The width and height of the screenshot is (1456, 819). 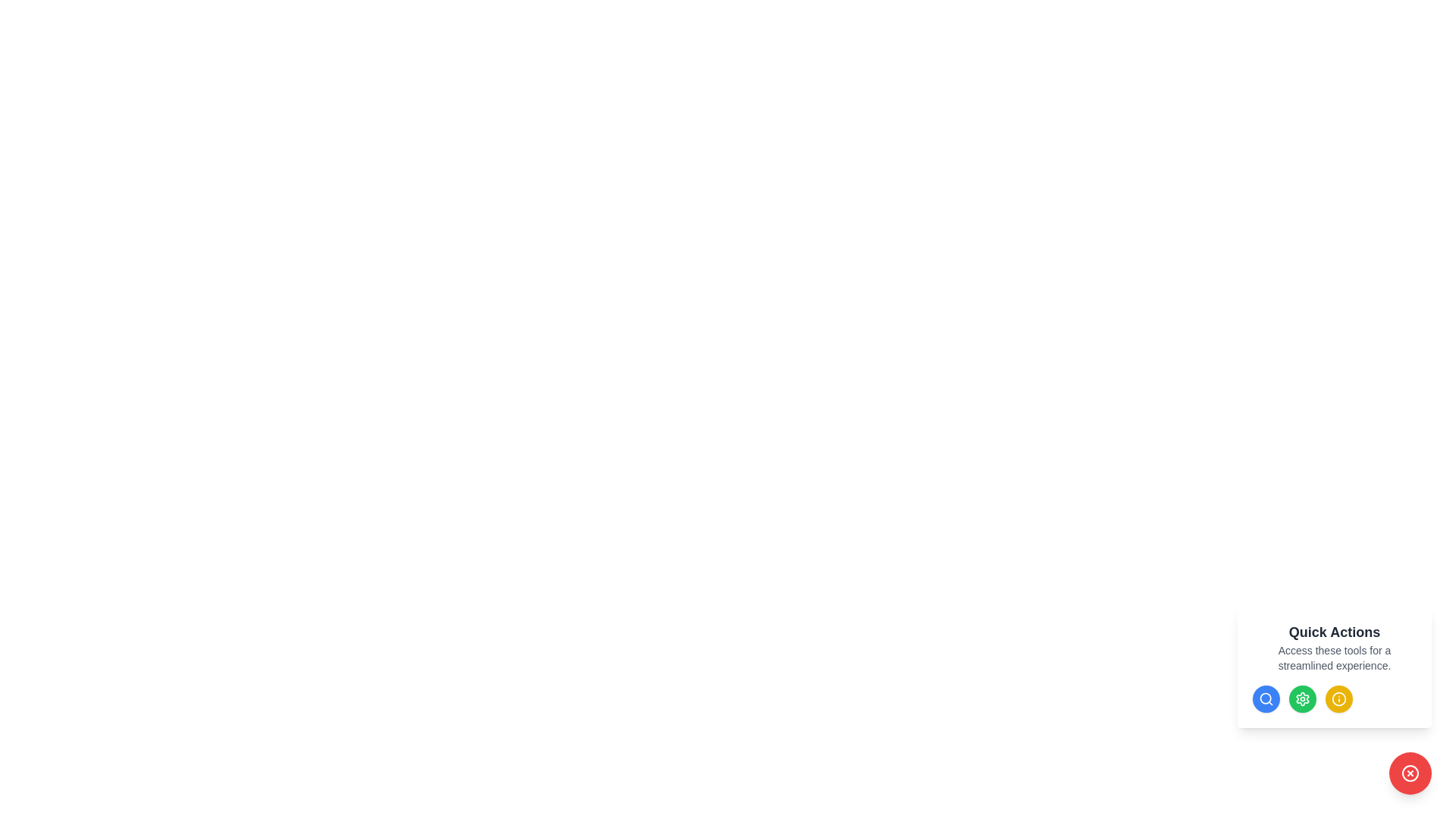 I want to click on the green circular button with a white gear icon in the 'Quick Actions' section, so click(x=1302, y=698).